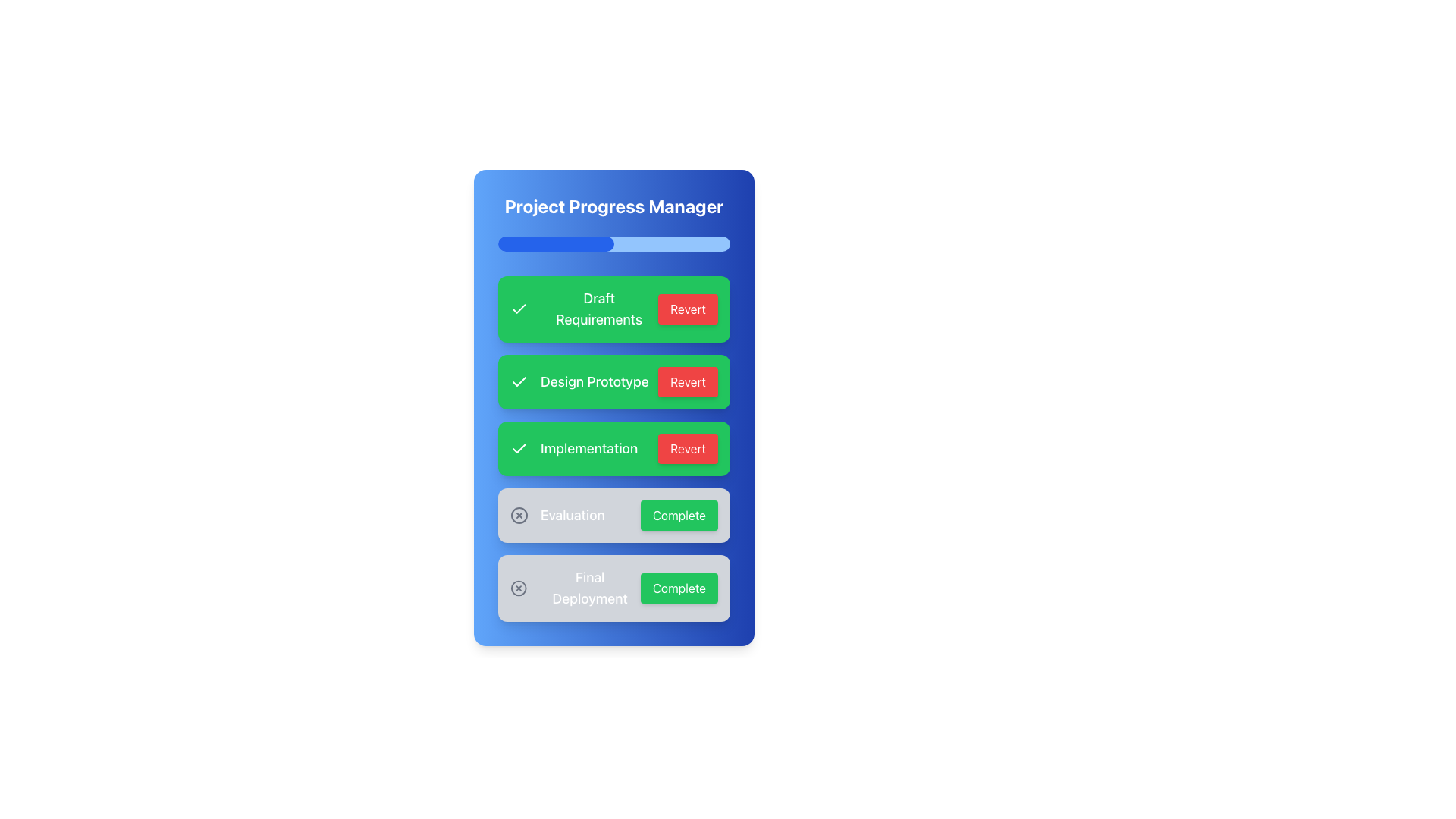  Describe the element at coordinates (519, 587) in the screenshot. I see `the icon located in the bottom section of the interface, to the left of the 'Final Deployment' text, to interact with it` at that location.